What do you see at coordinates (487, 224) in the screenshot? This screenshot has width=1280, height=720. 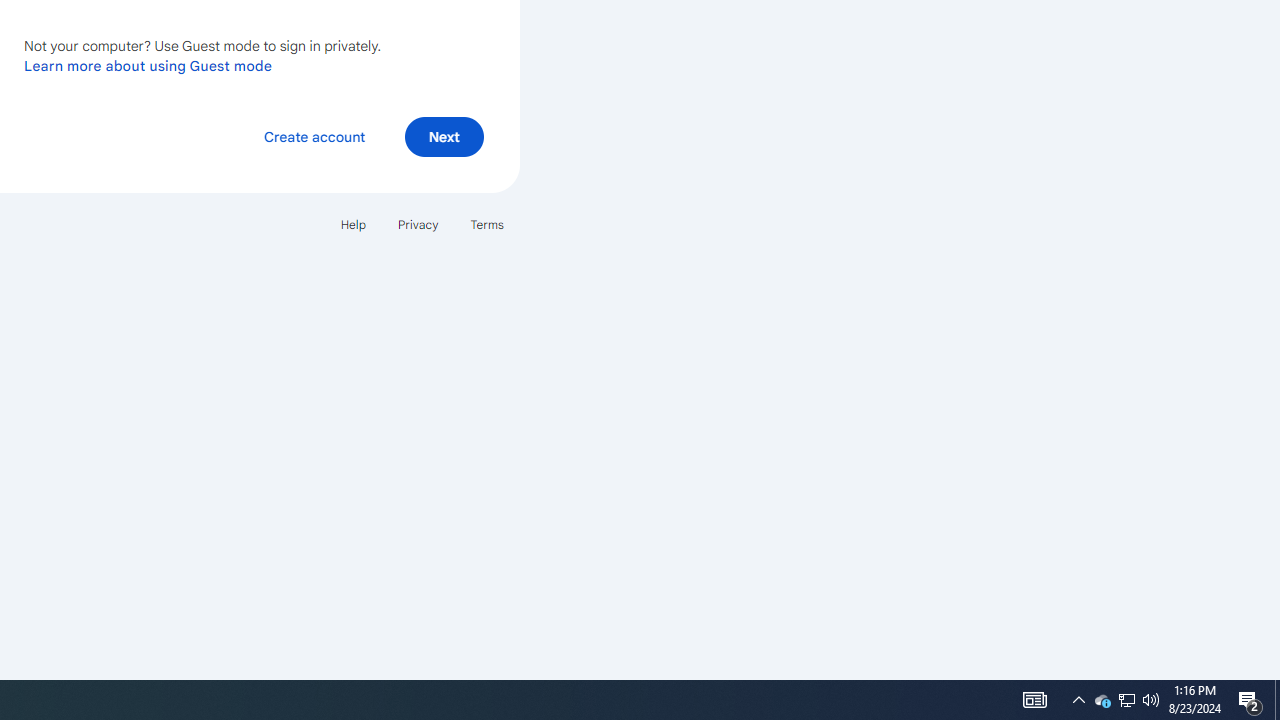 I see `'Terms'` at bounding box center [487, 224].